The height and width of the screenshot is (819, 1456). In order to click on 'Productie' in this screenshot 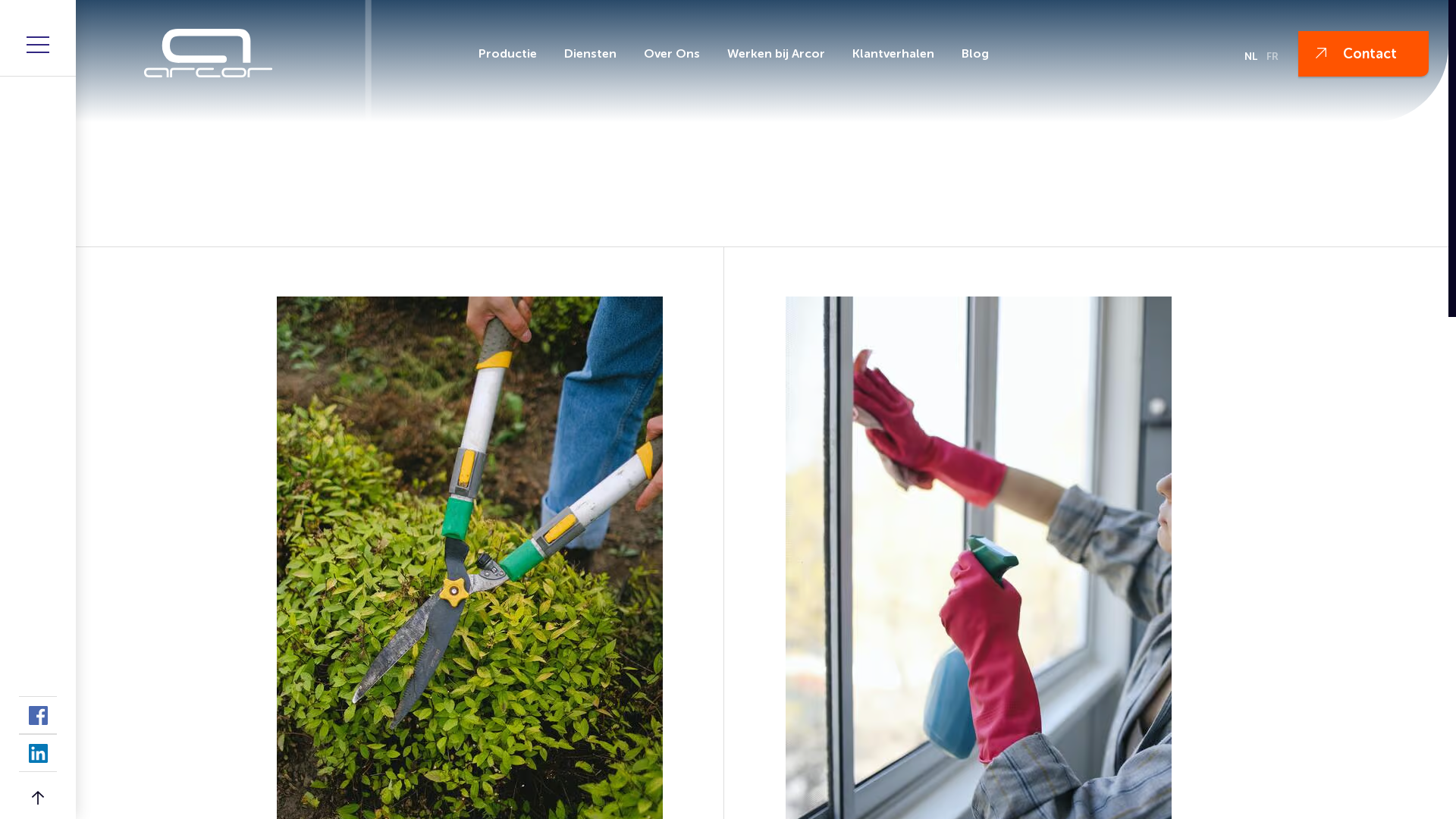, I will do `click(507, 52)`.